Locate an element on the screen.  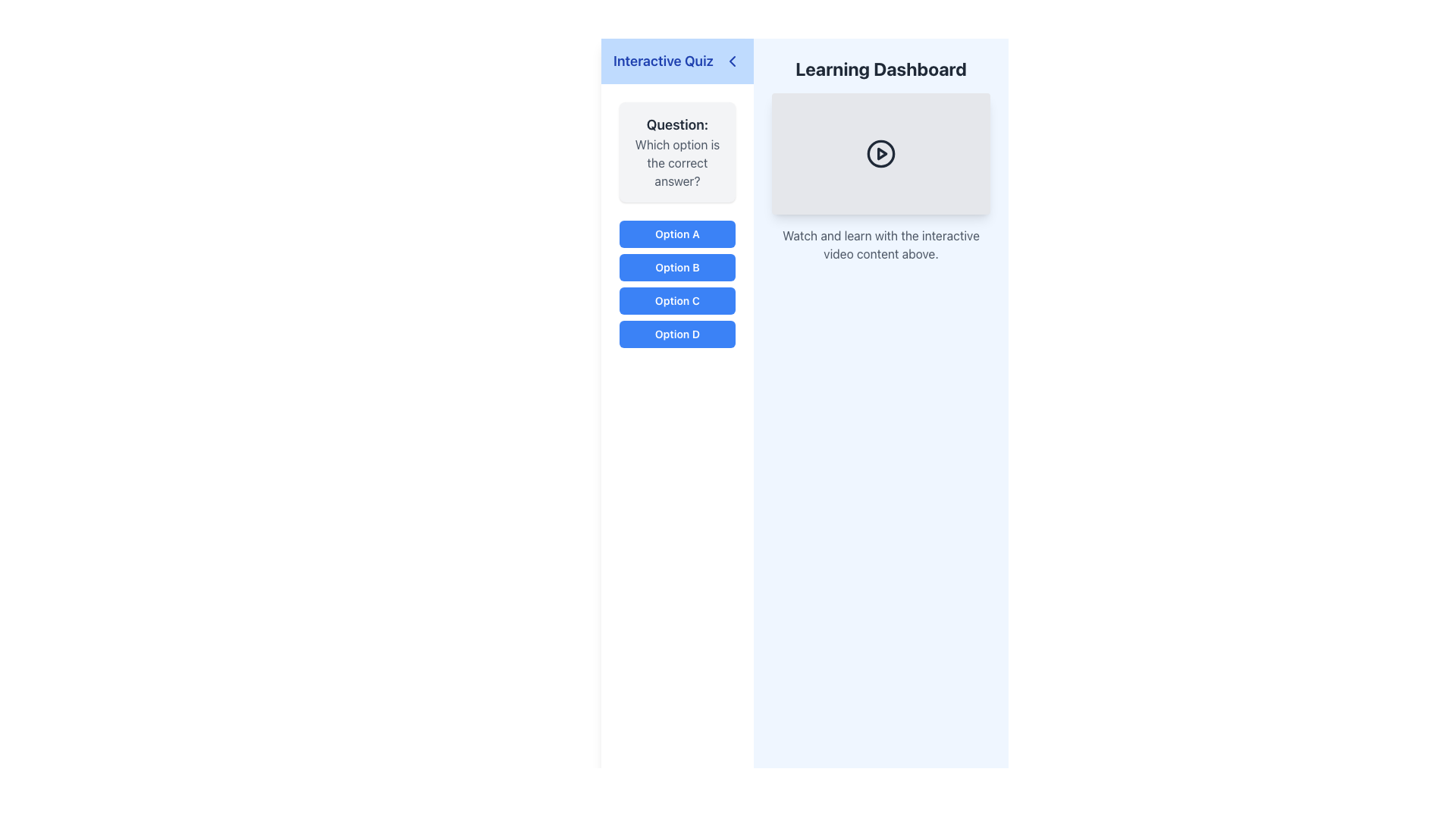
one of the answer options in the quiz interface located beneath the 'Interactive Quiz' header is located at coordinates (676, 225).